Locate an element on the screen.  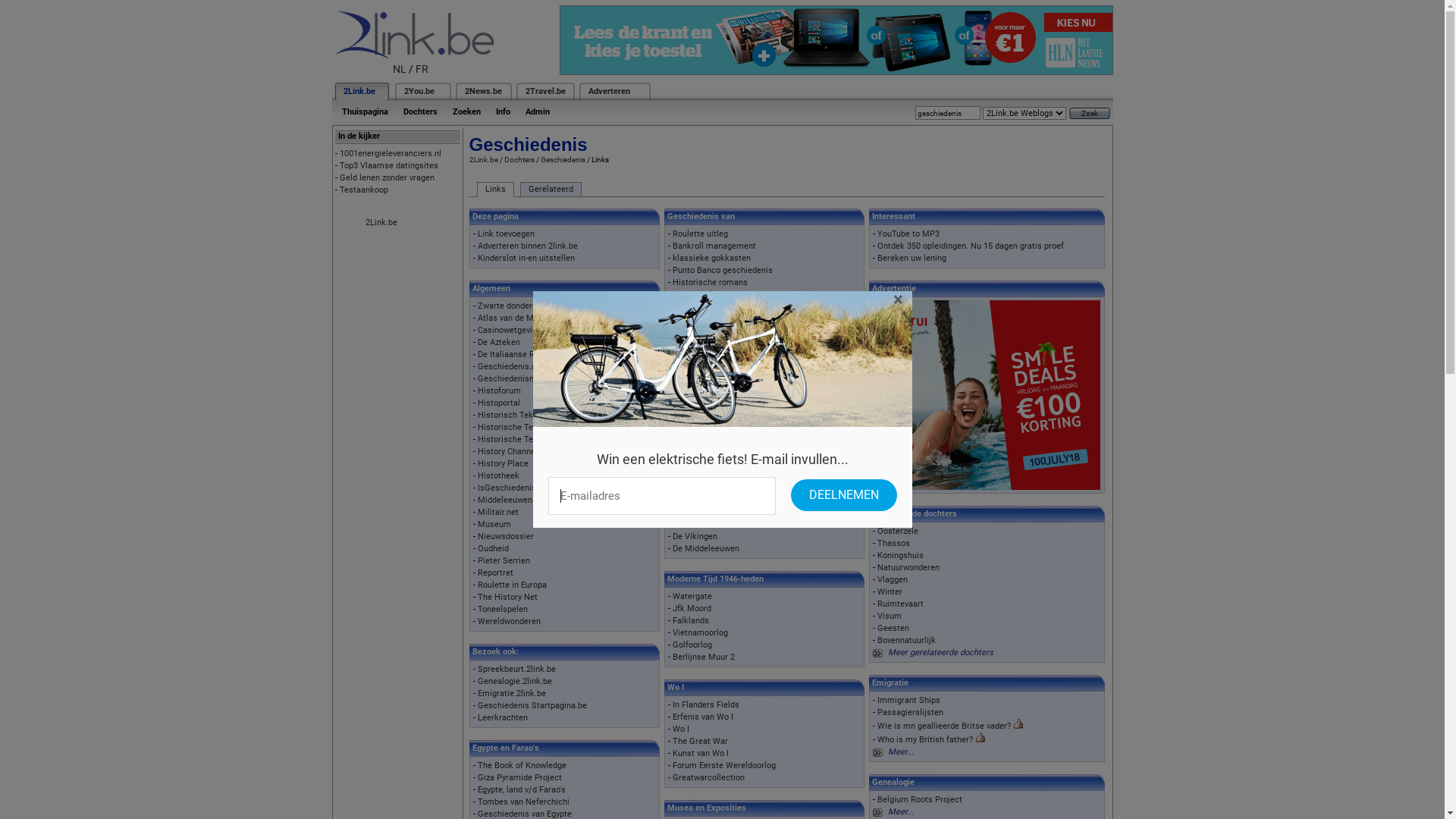
'Koningshuis' is located at coordinates (900, 555).